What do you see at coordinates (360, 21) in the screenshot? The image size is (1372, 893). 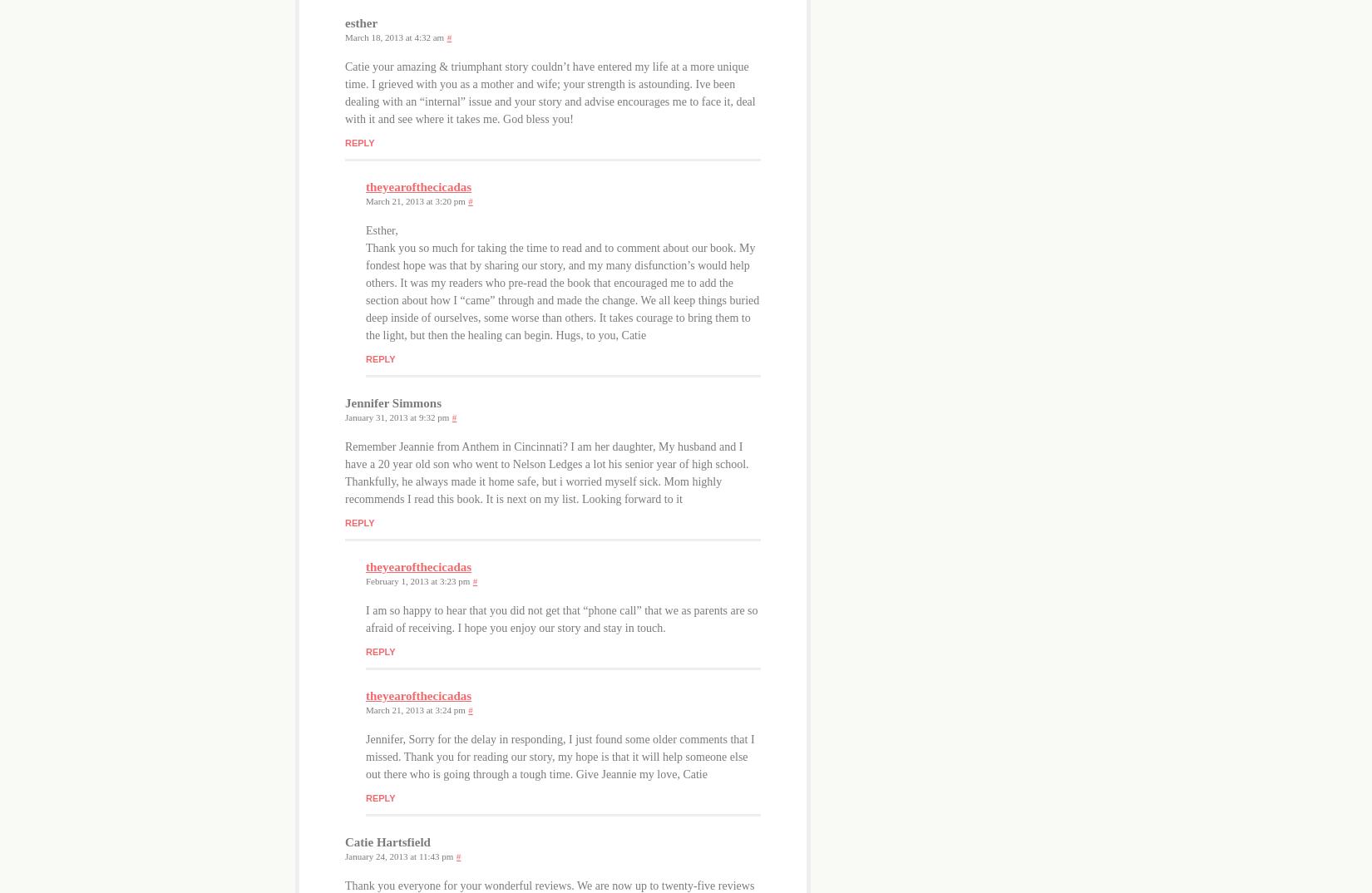 I see `'esther'` at bounding box center [360, 21].